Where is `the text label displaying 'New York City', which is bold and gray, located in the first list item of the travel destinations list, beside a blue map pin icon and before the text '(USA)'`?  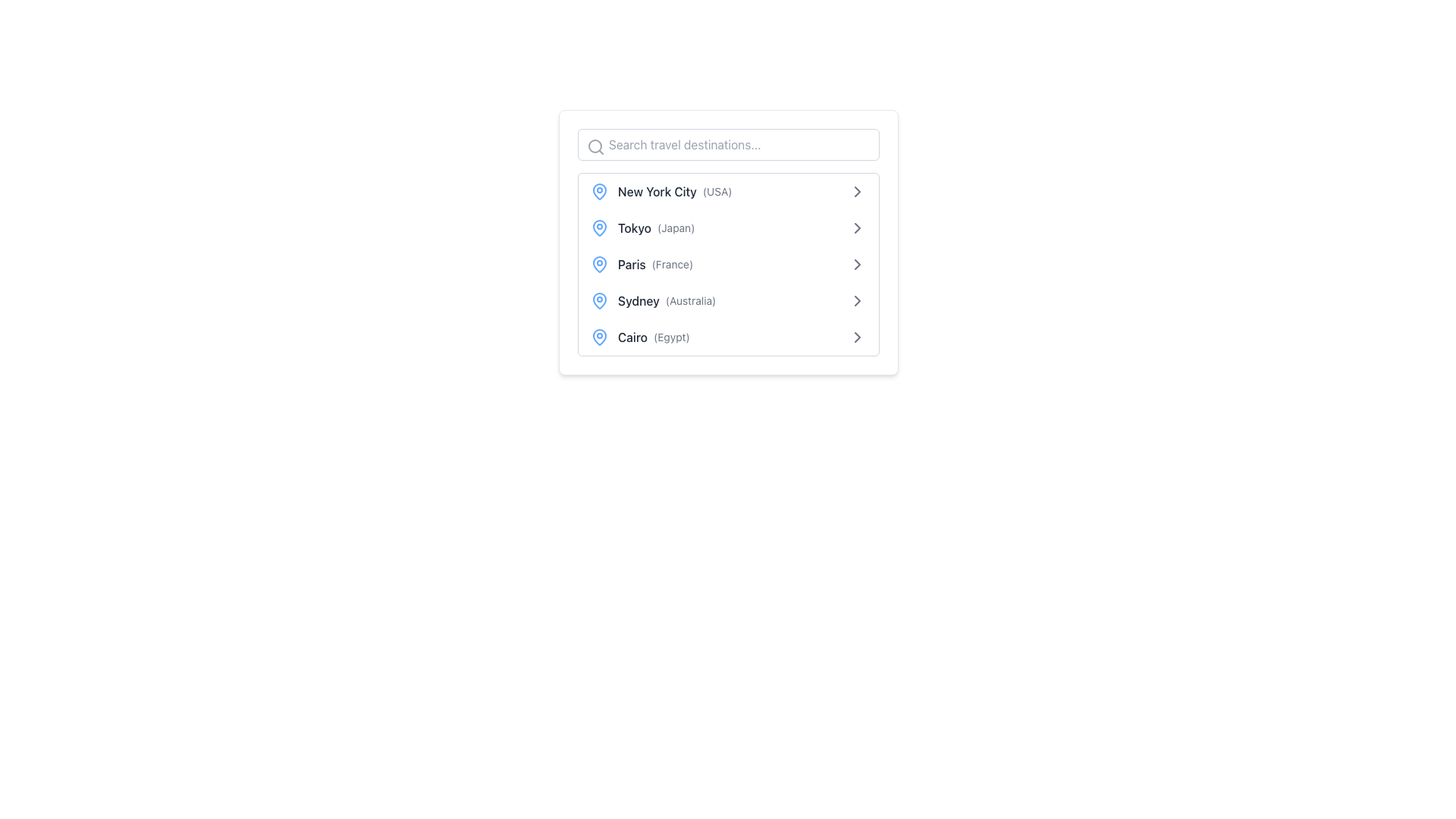
the text label displaying 'New York City', which is bold and gray, located in the first list item of the travel destinations list, beside a blue map pin icon and before the text '(USA)' is located at coordinates (657, 191).